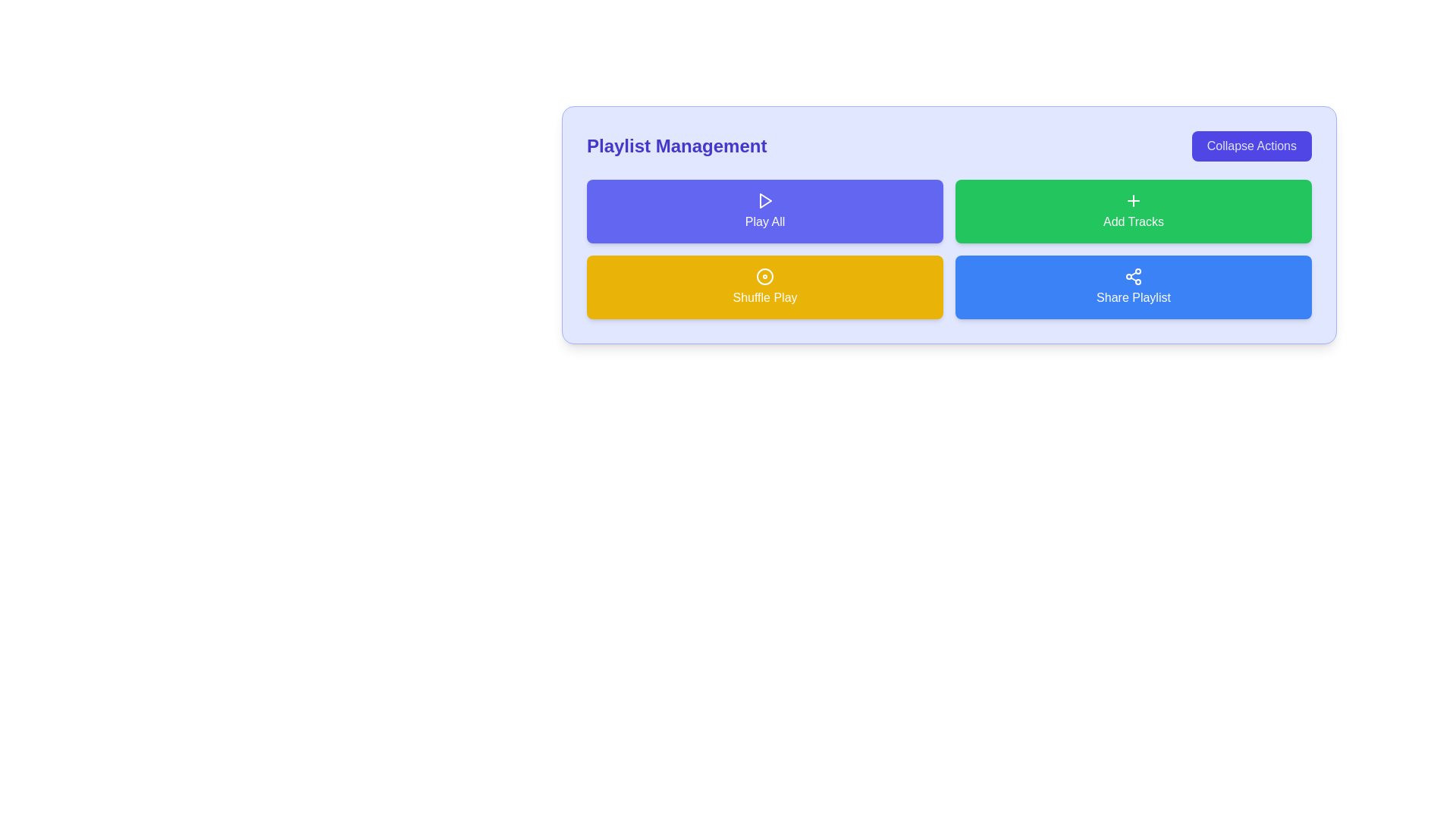 The image size is (1456, 819). What do you see at coordinates (1133, 277) in the screenshot?
I see `the share icon located inside the blue 'Share Playlist' button in the second row and second column of the grid layout` at bounding box center [1133, 277].